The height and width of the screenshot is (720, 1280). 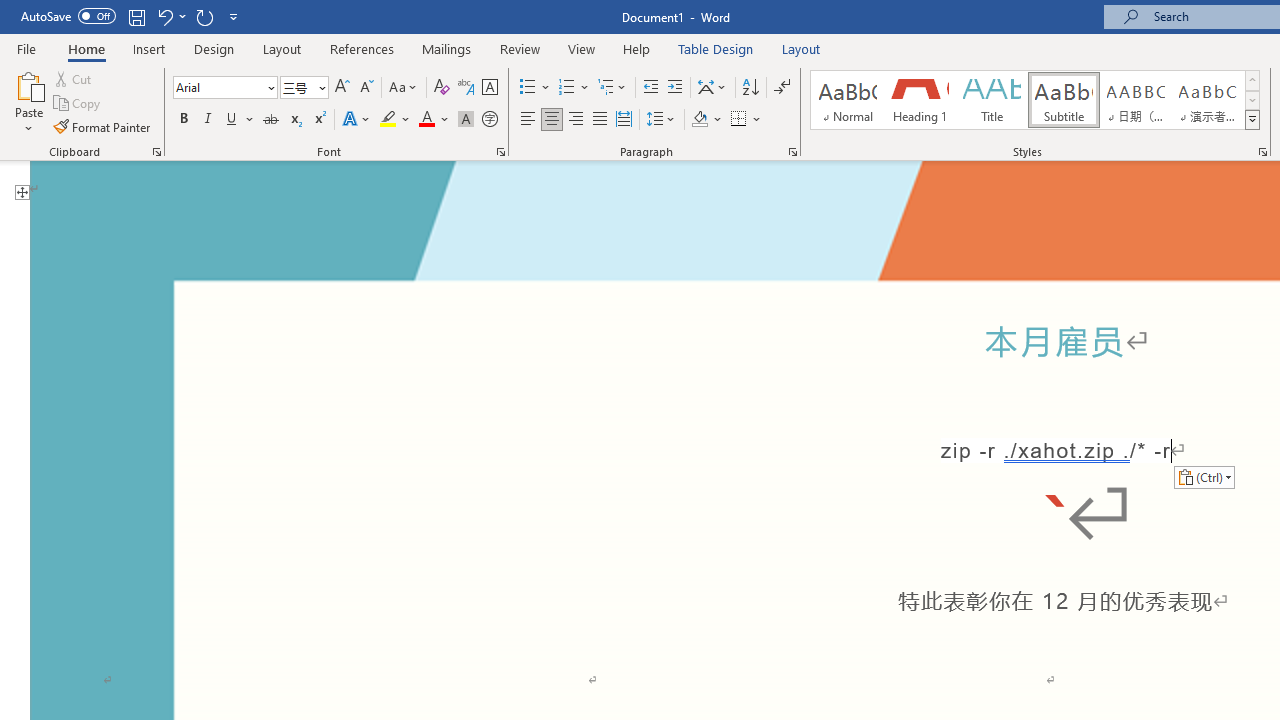 What do you see at coordinates (78, 103) in the screenshot?
I see `'Copy'` at bounding box center [78, 103].